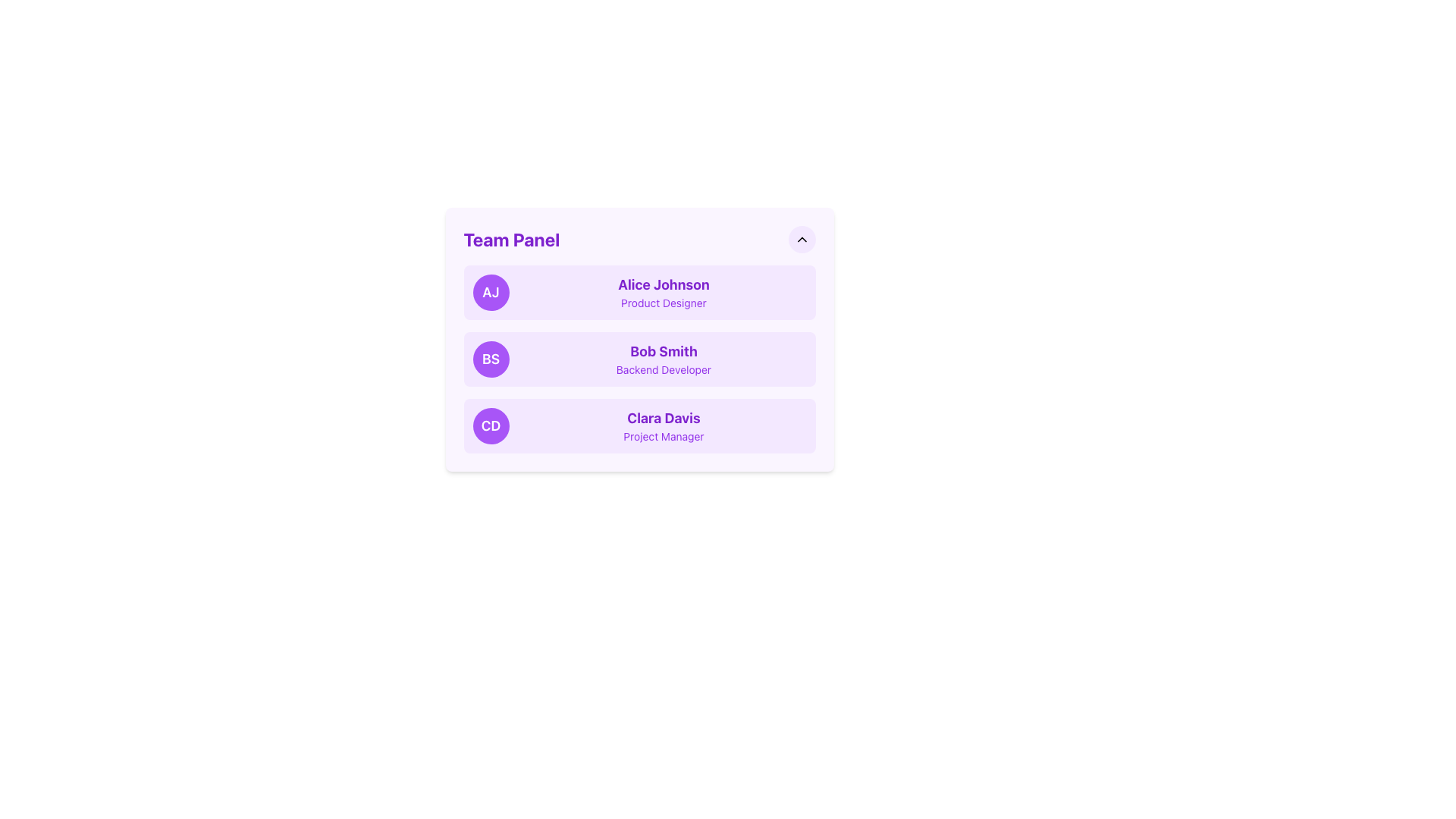 The image size is (1456, 819). I want to click on the list item for user 'Bob Smith - Backend Developer', which is the second entry in the 'Team Panel' with a purple background and circular icon displaying 'BS', so click(639, 359).